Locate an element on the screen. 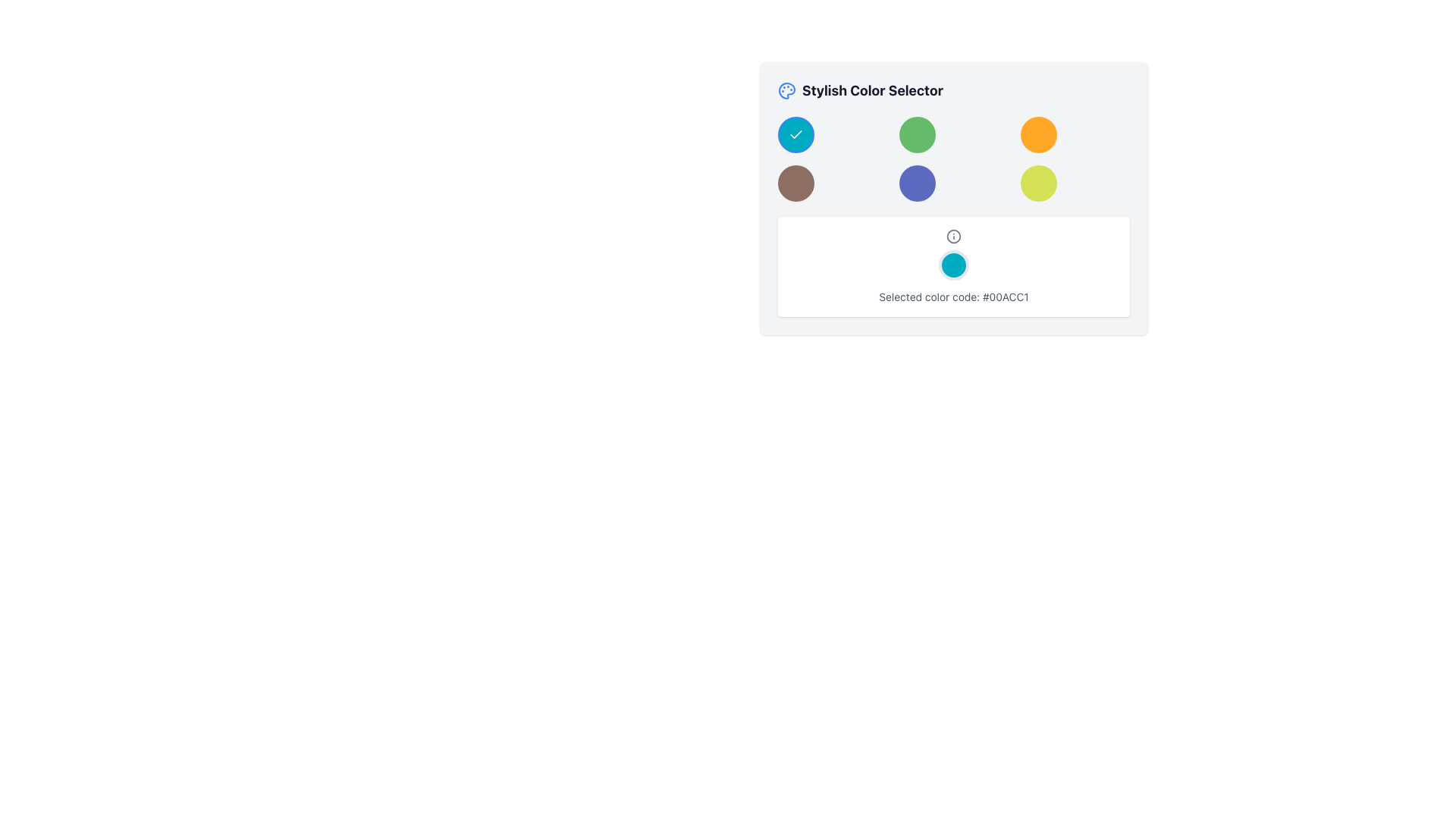  the circular interactive button with a bright green background to trigger its hover effects is located at coordinates (916, 133).